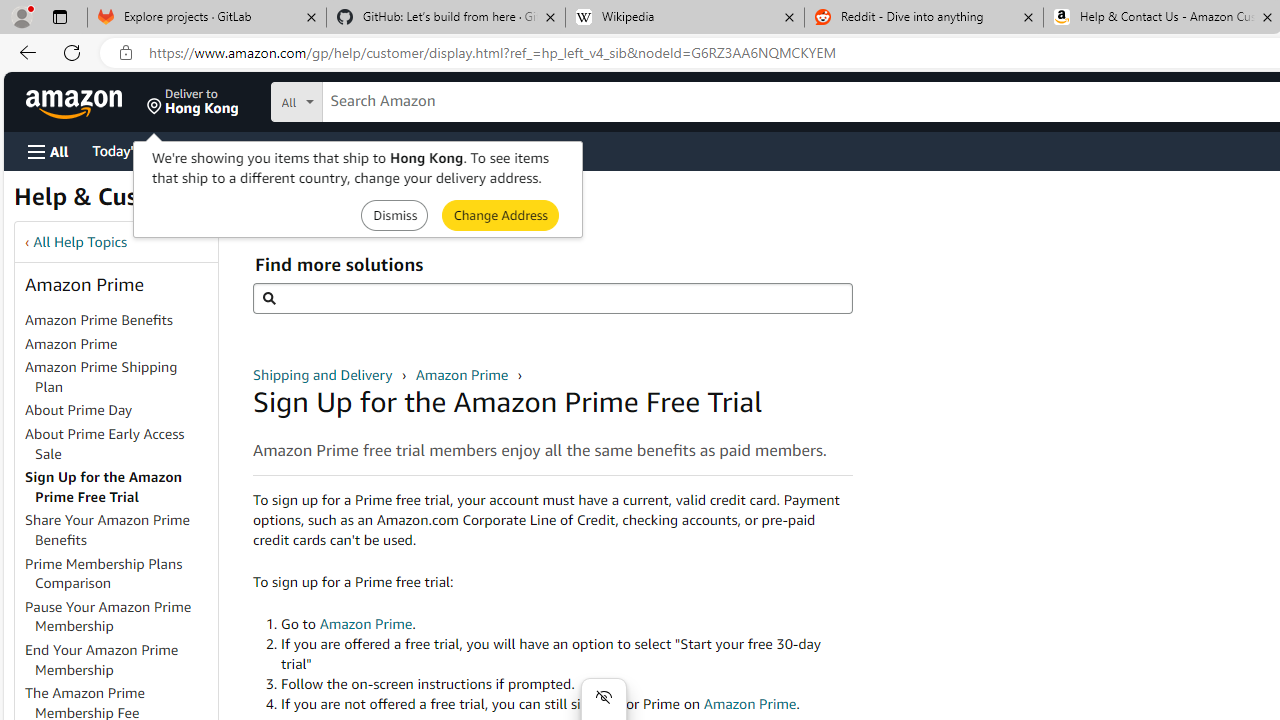 Image resolution: width=1280 pixels, height=720 pixels. I want to click on 'Sign Up for the Amazon Prime Free Trial', so click(119, 488).